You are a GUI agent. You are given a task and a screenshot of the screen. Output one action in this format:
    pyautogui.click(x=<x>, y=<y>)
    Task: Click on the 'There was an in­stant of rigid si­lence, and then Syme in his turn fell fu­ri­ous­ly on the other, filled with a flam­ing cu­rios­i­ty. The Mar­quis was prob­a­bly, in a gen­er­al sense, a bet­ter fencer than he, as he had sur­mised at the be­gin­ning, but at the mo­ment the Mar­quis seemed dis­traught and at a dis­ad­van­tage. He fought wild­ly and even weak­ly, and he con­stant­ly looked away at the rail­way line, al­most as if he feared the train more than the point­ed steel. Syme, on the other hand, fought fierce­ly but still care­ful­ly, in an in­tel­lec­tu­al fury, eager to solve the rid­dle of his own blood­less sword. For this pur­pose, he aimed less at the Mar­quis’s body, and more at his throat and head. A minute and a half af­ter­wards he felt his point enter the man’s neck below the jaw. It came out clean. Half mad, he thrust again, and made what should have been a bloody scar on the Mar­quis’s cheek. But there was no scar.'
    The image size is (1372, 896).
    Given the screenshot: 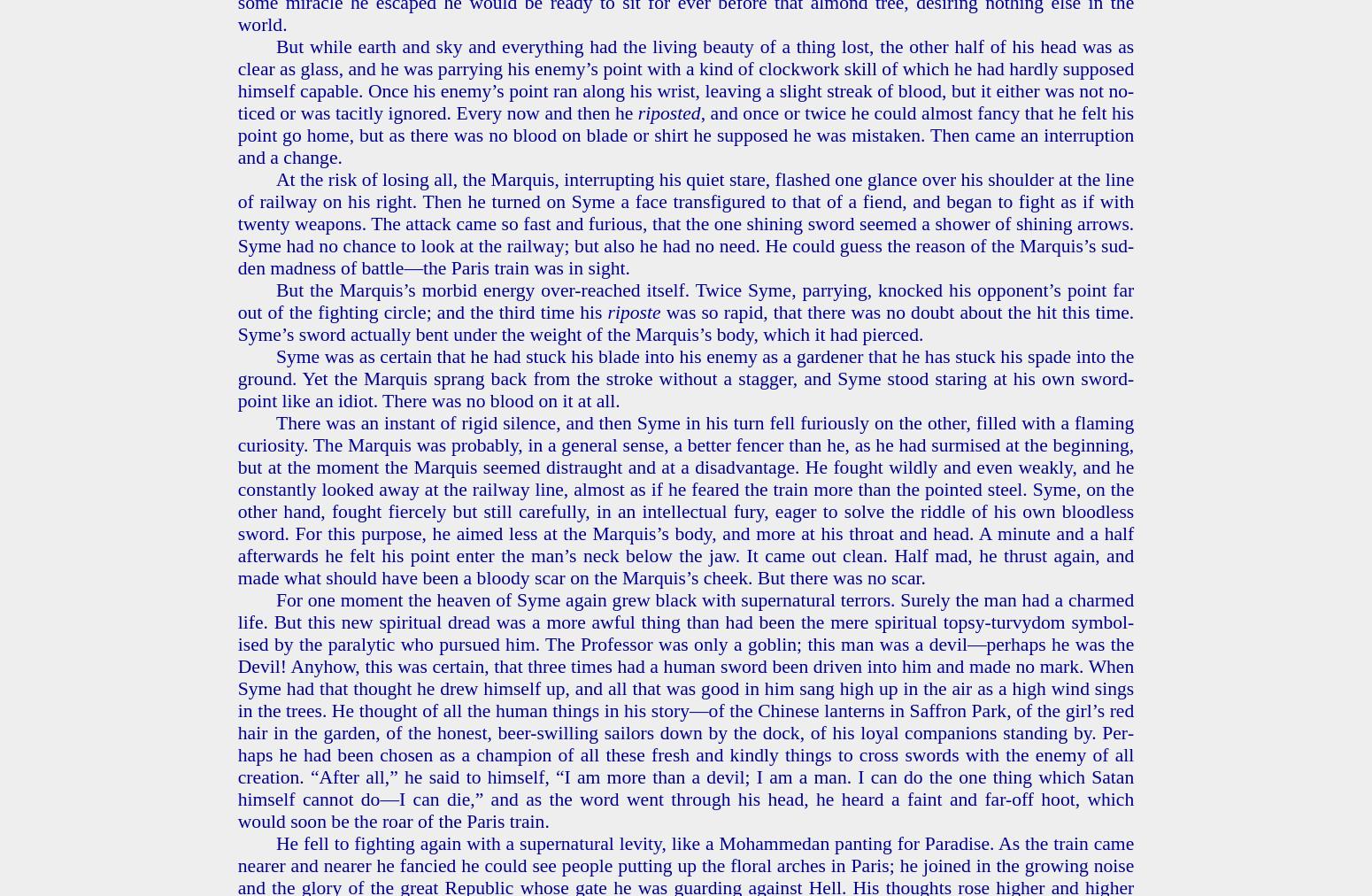 What is the action you would take?
    pyautogui.click(x=685, y=498)
    